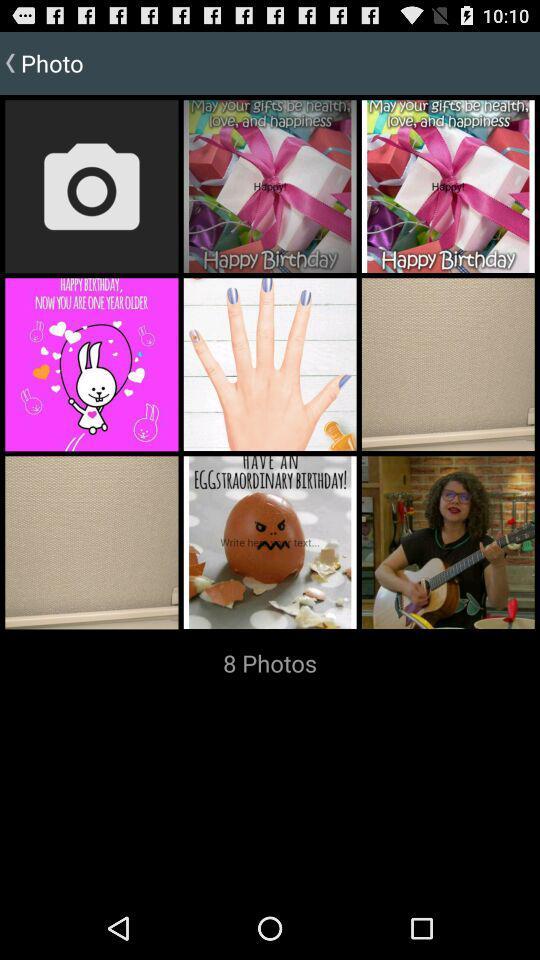 Image resolution: width=540 pixels, height=960 pixels. Describe the element at coordinates (270, 663) in the screenshot. I see `8 photos item` at that location.